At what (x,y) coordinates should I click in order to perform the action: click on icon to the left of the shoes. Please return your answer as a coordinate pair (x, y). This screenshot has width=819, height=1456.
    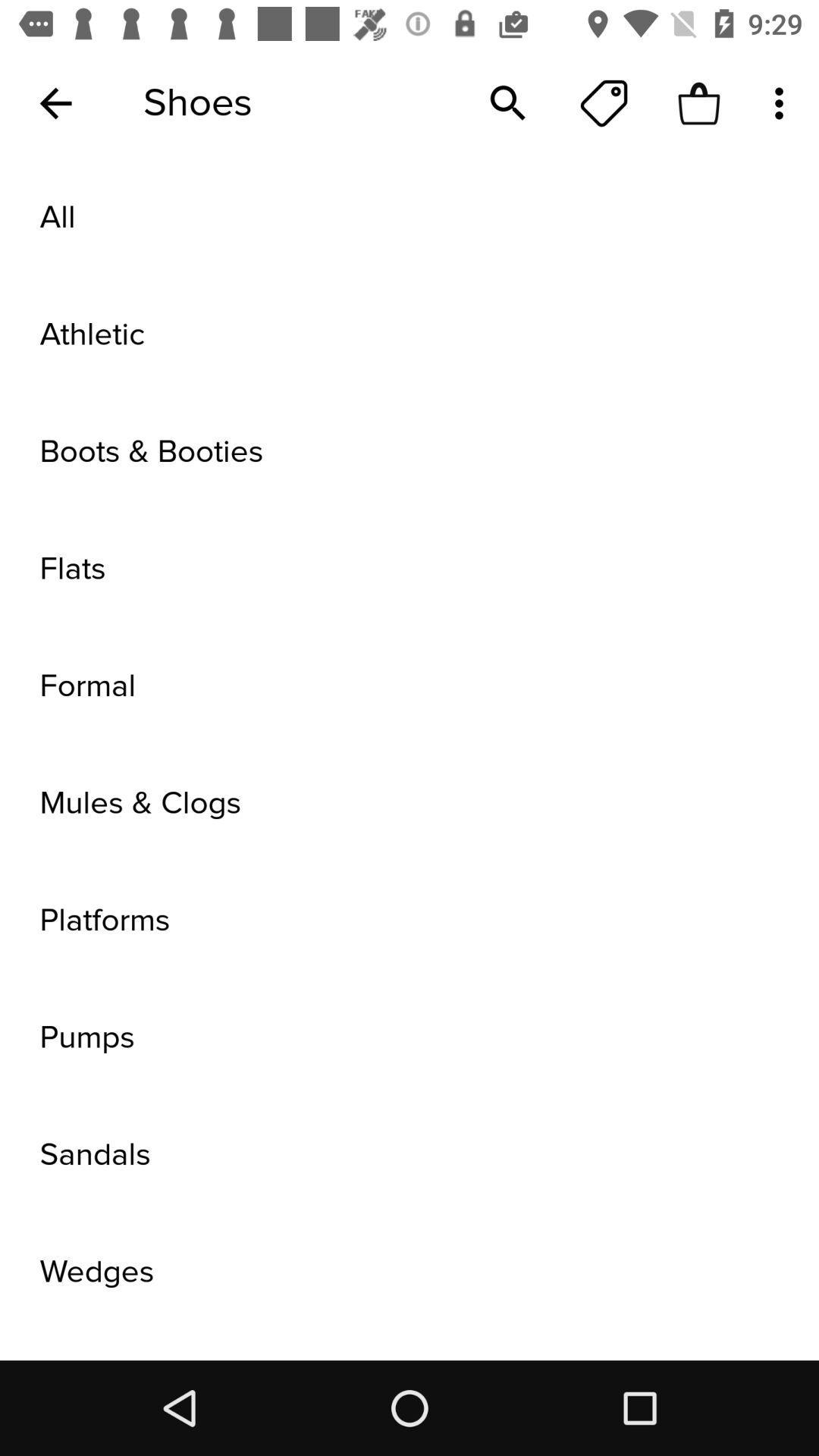
    Looking at the image, I should click on (55, 102).